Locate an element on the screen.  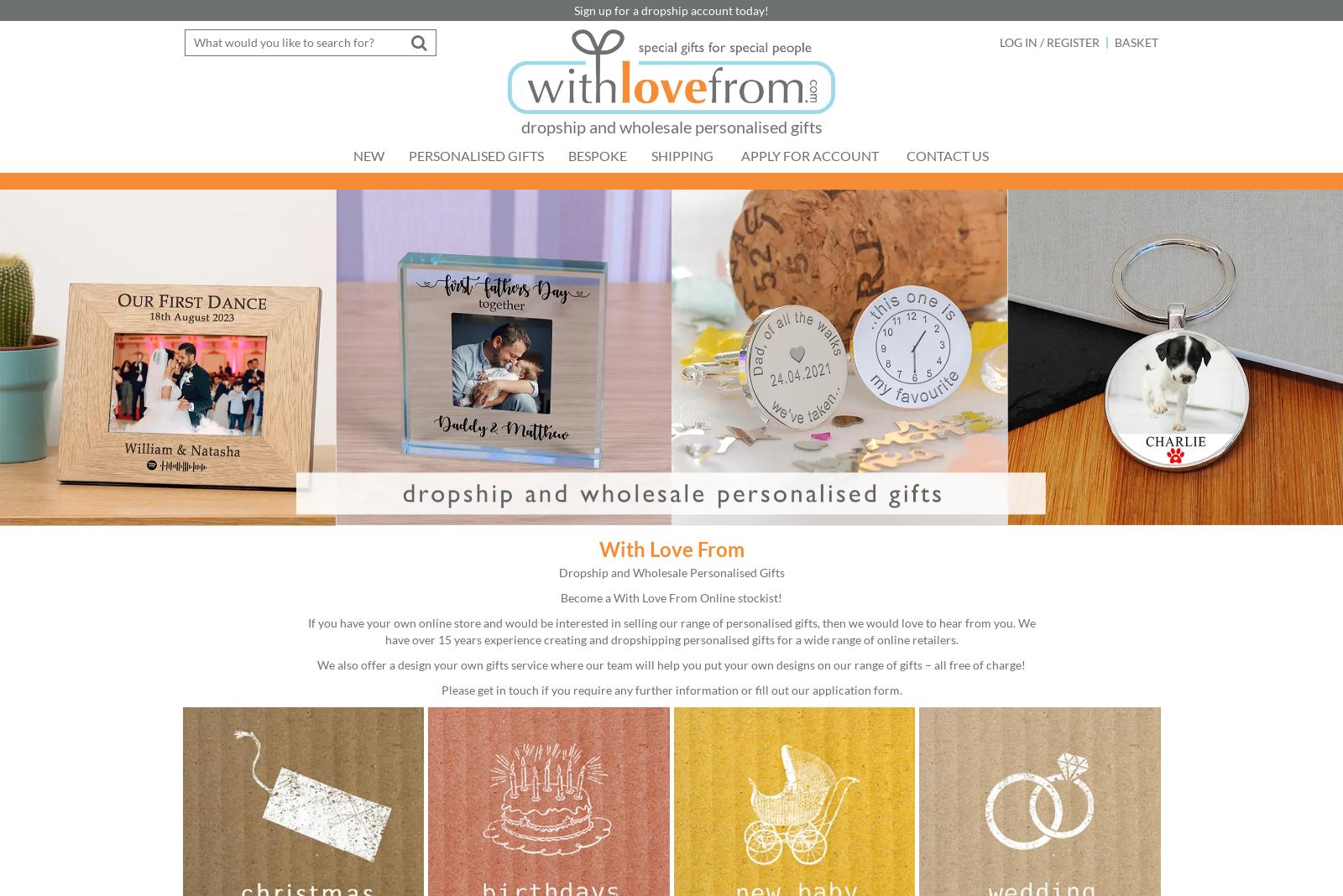
'Become a With Love From Online stockist!' is located at coordinates (671, 596).